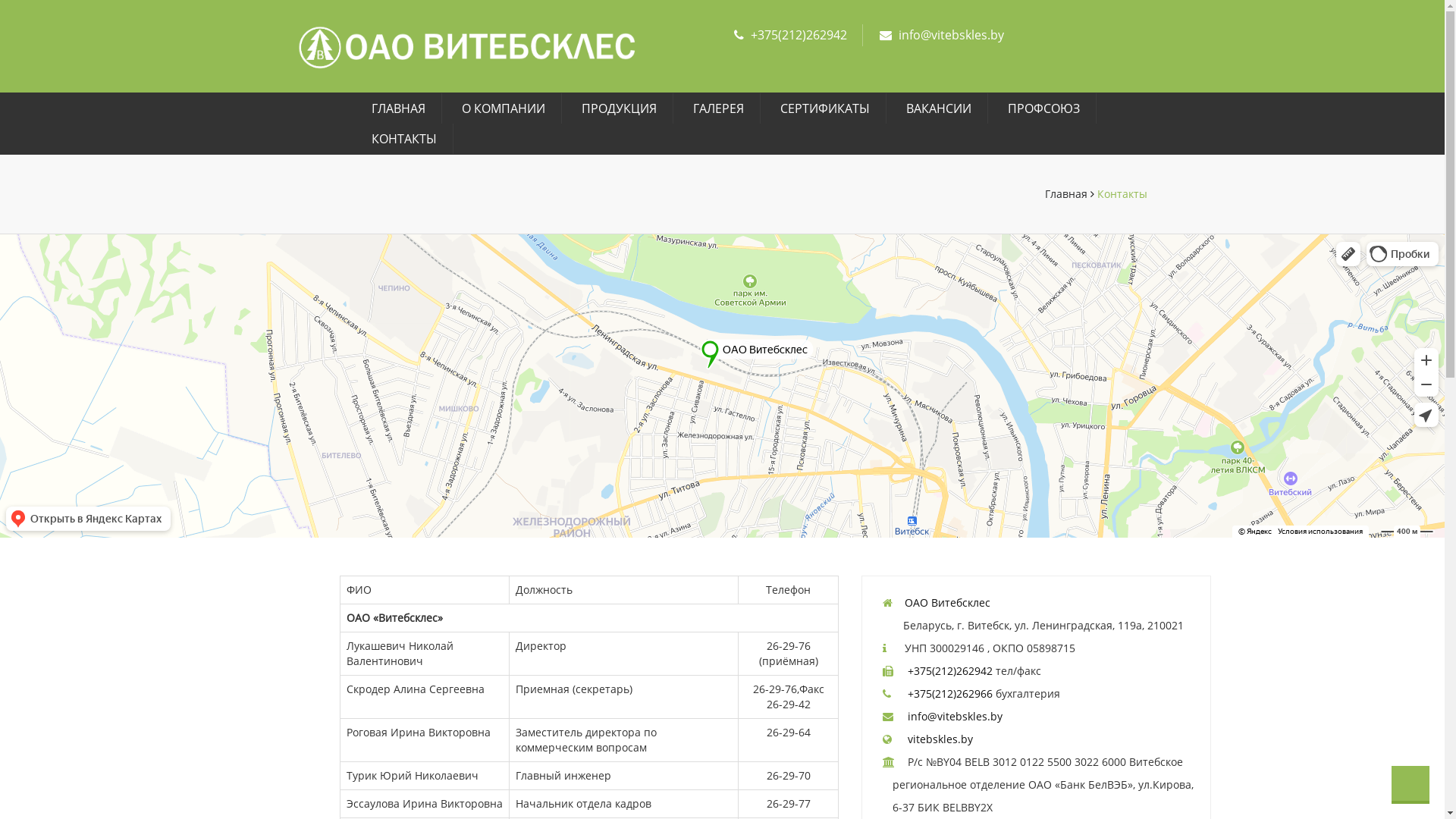 The image size is (1456, 819). What do you see at coordinates (898, 34) in the screenshot?
I see `'info@vitebskles.by'` at bounding box center [898, 34].